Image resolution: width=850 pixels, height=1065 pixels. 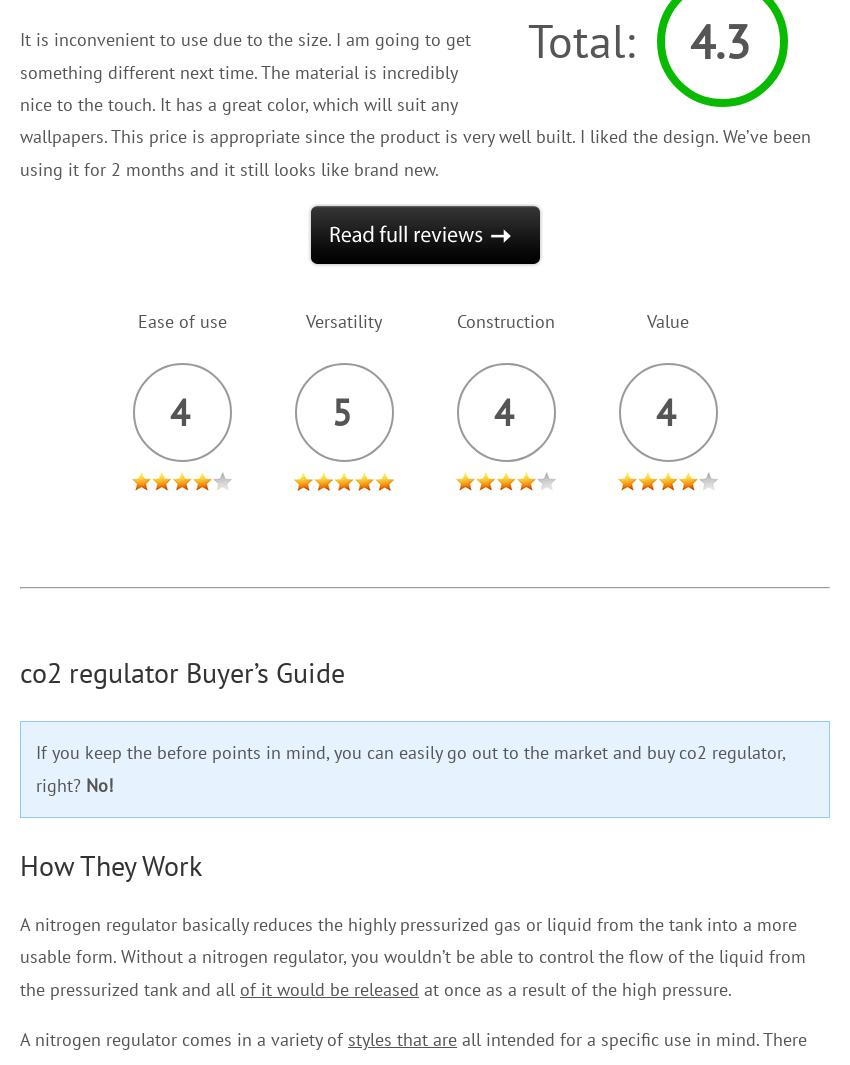 What do you see at coordinates (137, 319) in the screenshot?
I see `'Ease of use'` at bounding box center [137, 319].